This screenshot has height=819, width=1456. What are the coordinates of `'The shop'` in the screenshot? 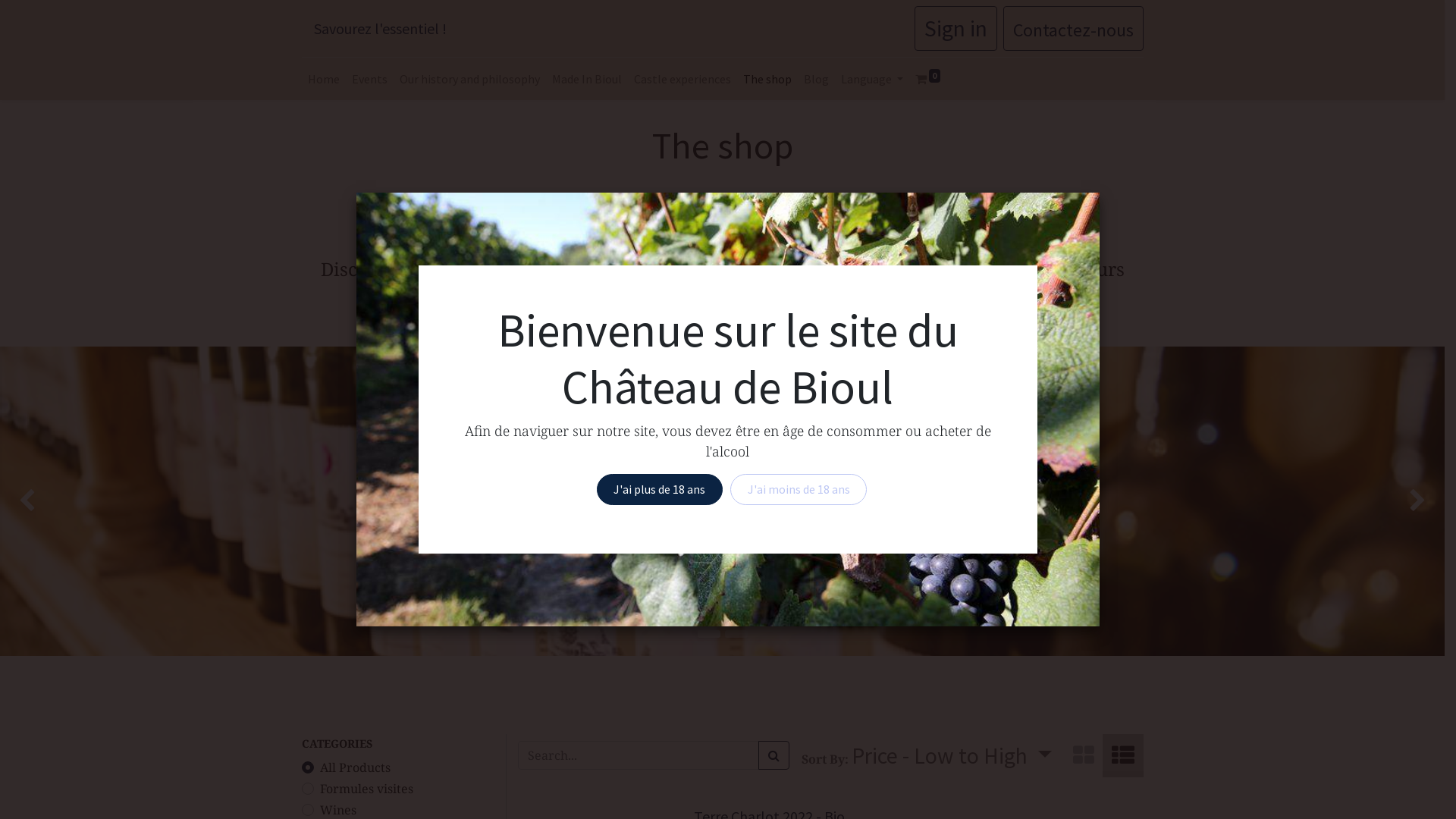 It's located at (767, 79).